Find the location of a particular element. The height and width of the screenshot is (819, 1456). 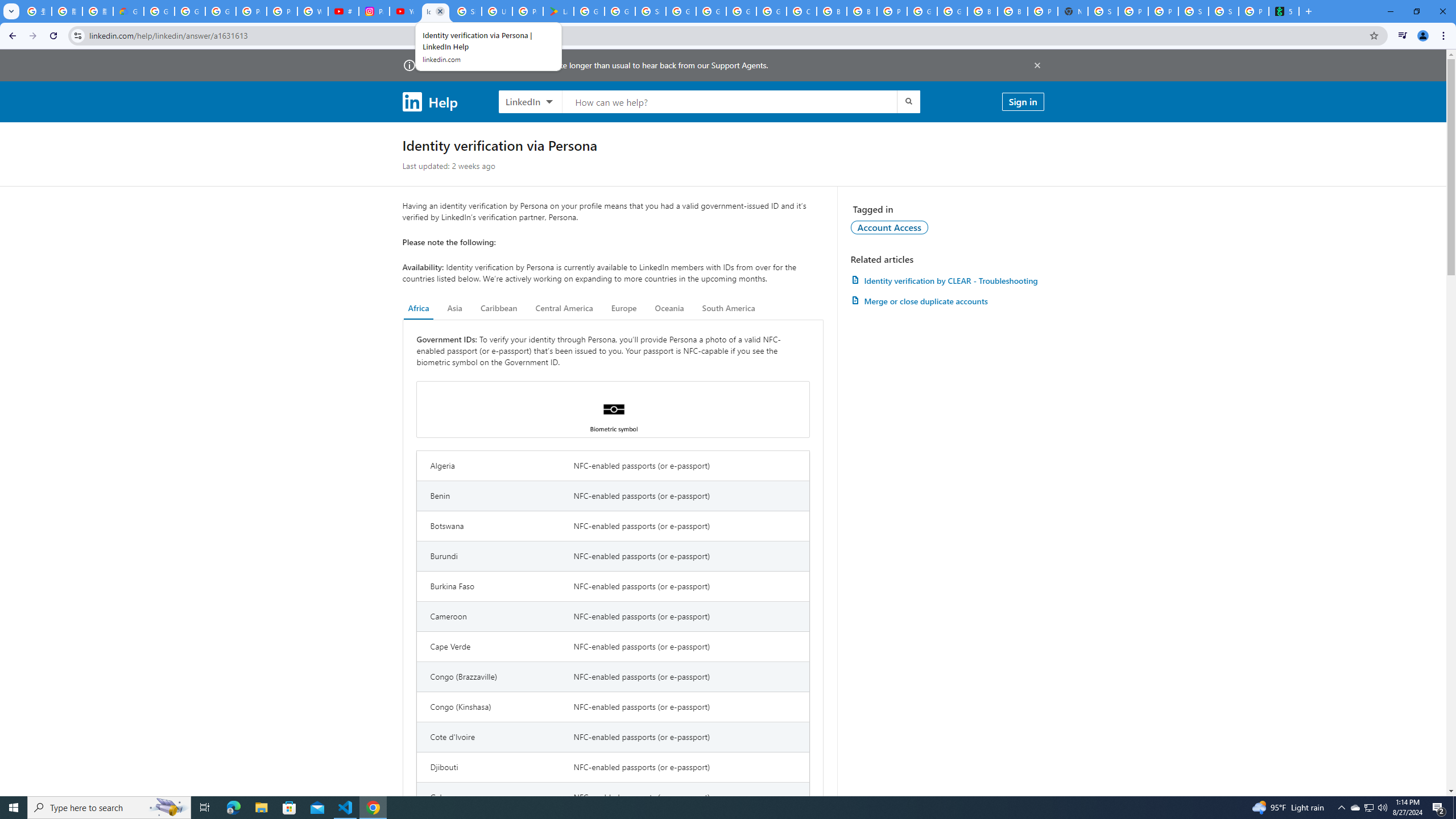

'You' is located at coordinates (1423, 35).